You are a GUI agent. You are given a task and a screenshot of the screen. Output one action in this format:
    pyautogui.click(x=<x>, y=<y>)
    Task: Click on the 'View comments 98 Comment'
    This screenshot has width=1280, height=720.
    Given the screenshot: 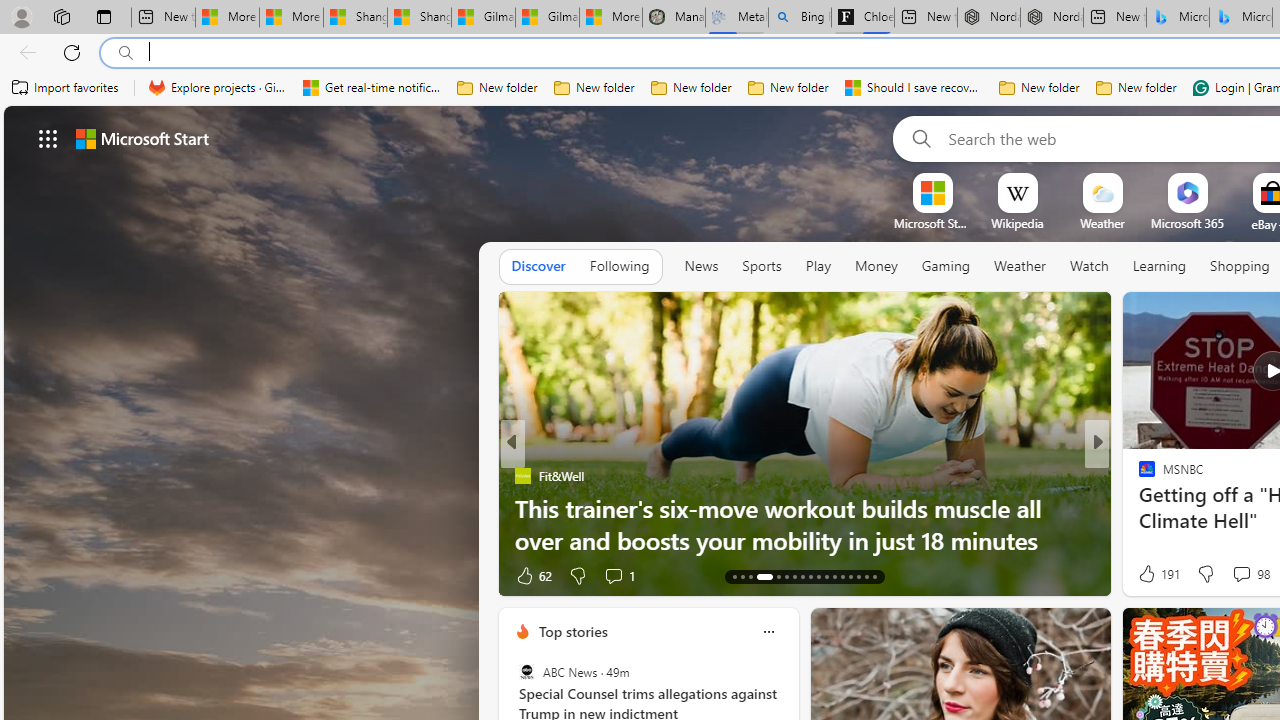 What is the action you would take?
    pyautogui.click(x=1240, y=573)
    